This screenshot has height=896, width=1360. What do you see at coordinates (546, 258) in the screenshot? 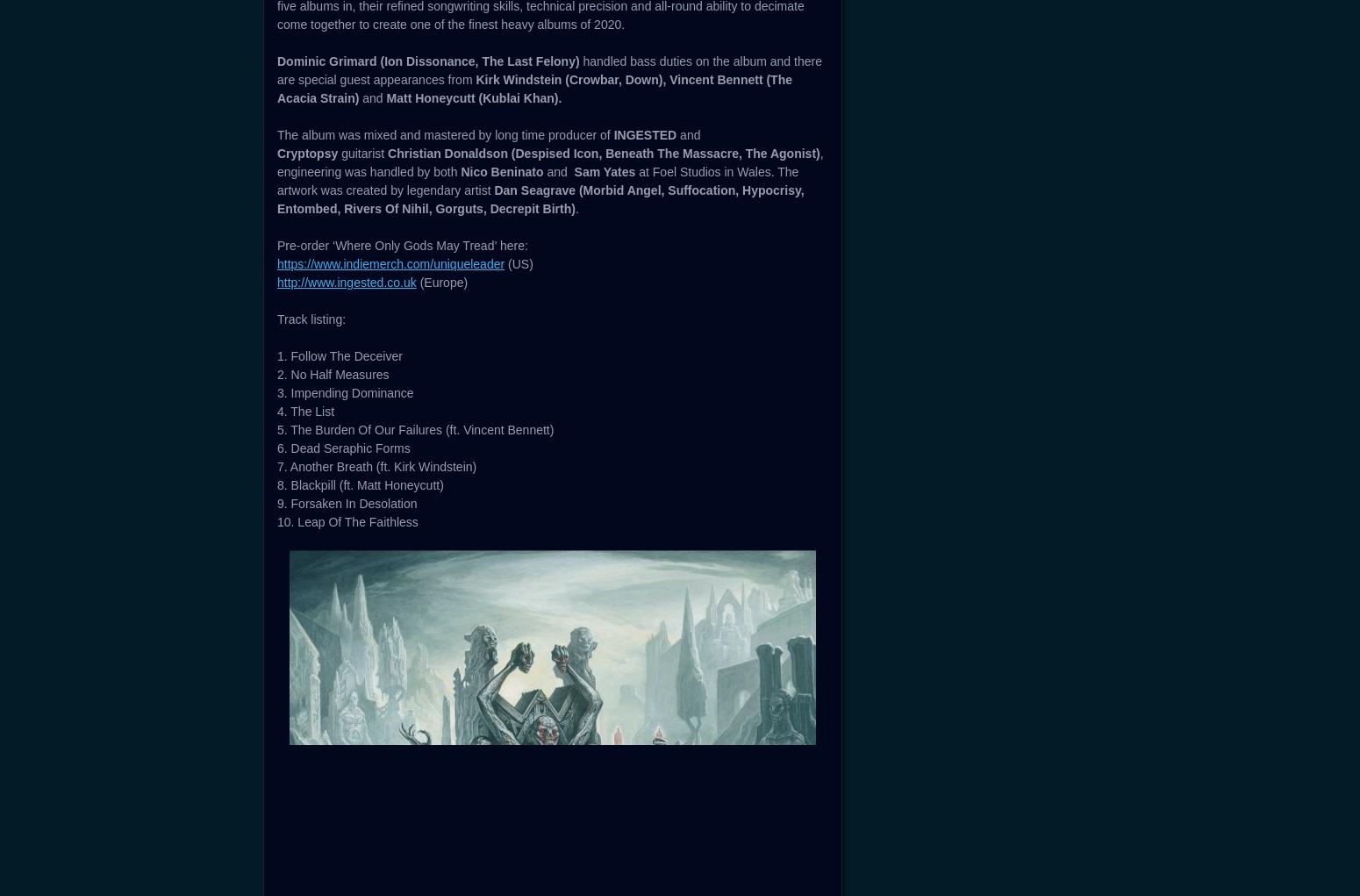
I see `'“The director for this video was Shayne Minott at Budget Blood Productions. Seeing his style the idea was to do this all out 90s throwback, dark claymation video. Just like the ones that used to play on music TV when we were teenagers. The story was the ideas and themes of the song itself: defeat, self-loathing, the human condition, shame and control. I wrote the basic outline of the plot and we sent him a lot of content and he came up with what we wanted. Great to work with and considering his medium he absolutely worked his ass off and knocked it out the park.”'` at bounding box center [546, 258].